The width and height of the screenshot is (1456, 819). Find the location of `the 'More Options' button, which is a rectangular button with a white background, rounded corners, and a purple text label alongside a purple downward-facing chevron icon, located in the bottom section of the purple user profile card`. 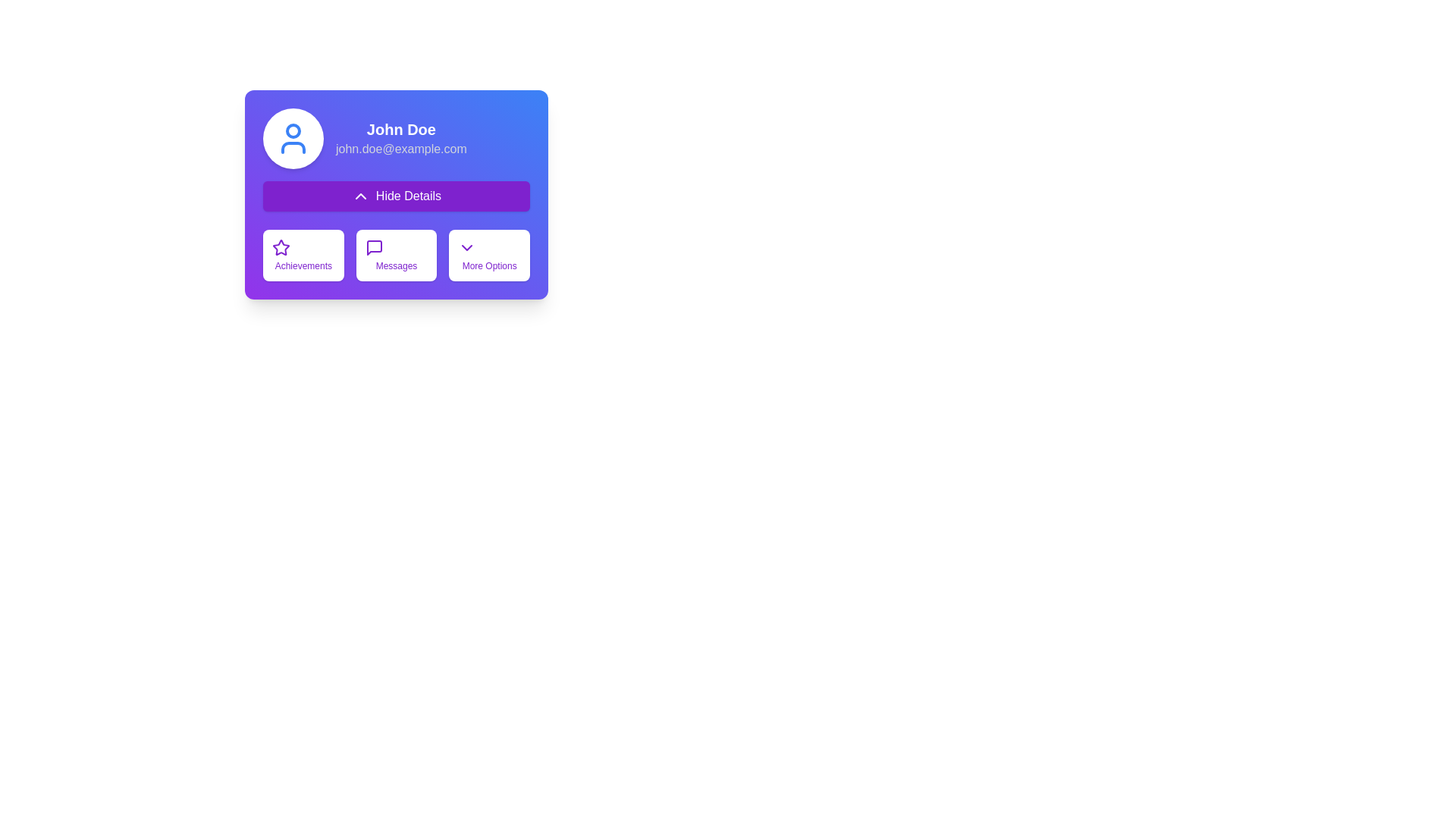

the 'More Options' button, which is a rectangular button with a white background, rounded corners, and a purple text label alongside a purple downward-facing chevron icon, located in the bottom section of the purple user profile card is located at coordinates (489, 254).